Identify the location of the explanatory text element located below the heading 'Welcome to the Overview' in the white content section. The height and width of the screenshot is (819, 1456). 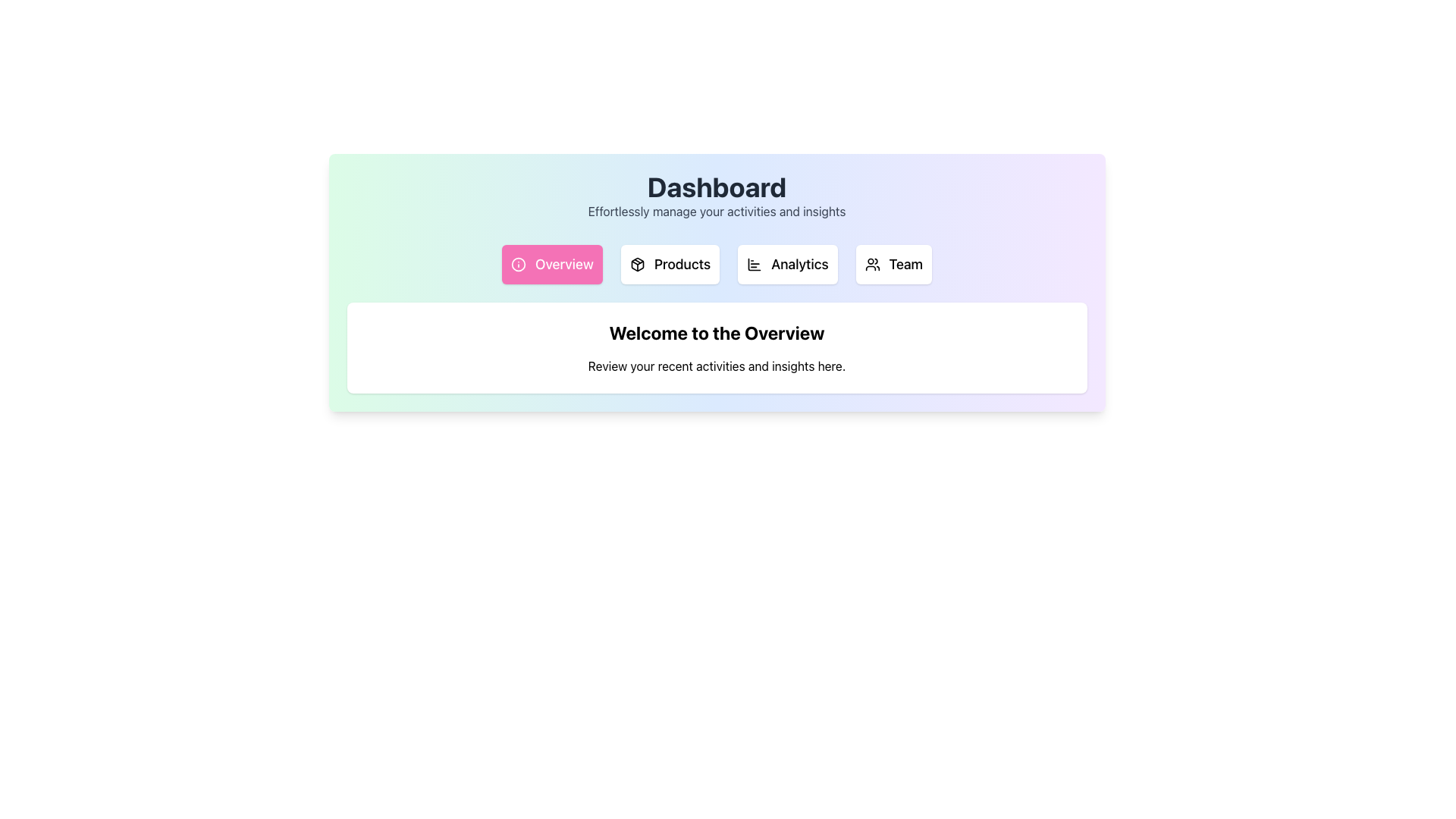
(716, 366).